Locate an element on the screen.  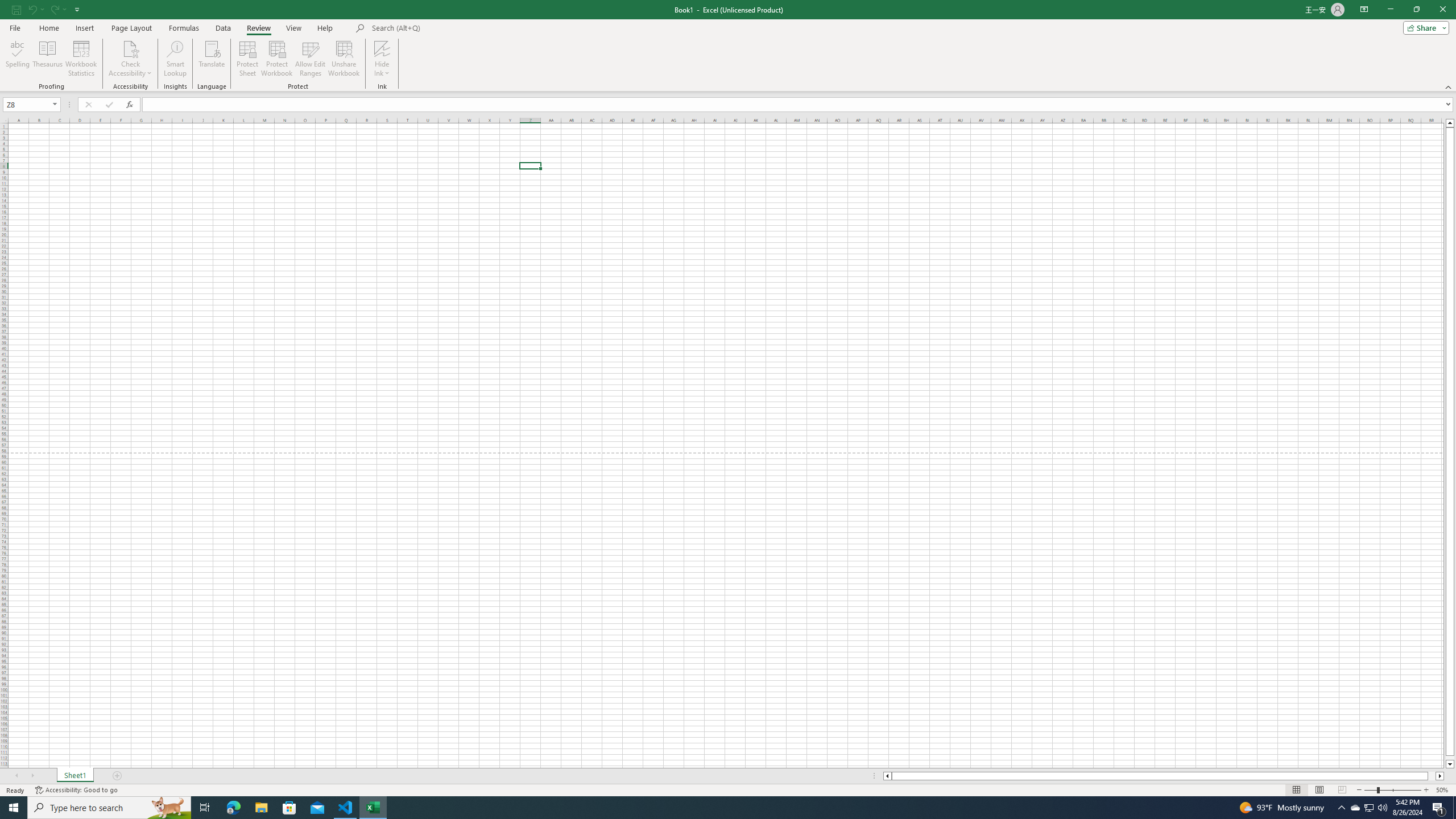
'Thesaurus...' is located at coordinates (47, 59).